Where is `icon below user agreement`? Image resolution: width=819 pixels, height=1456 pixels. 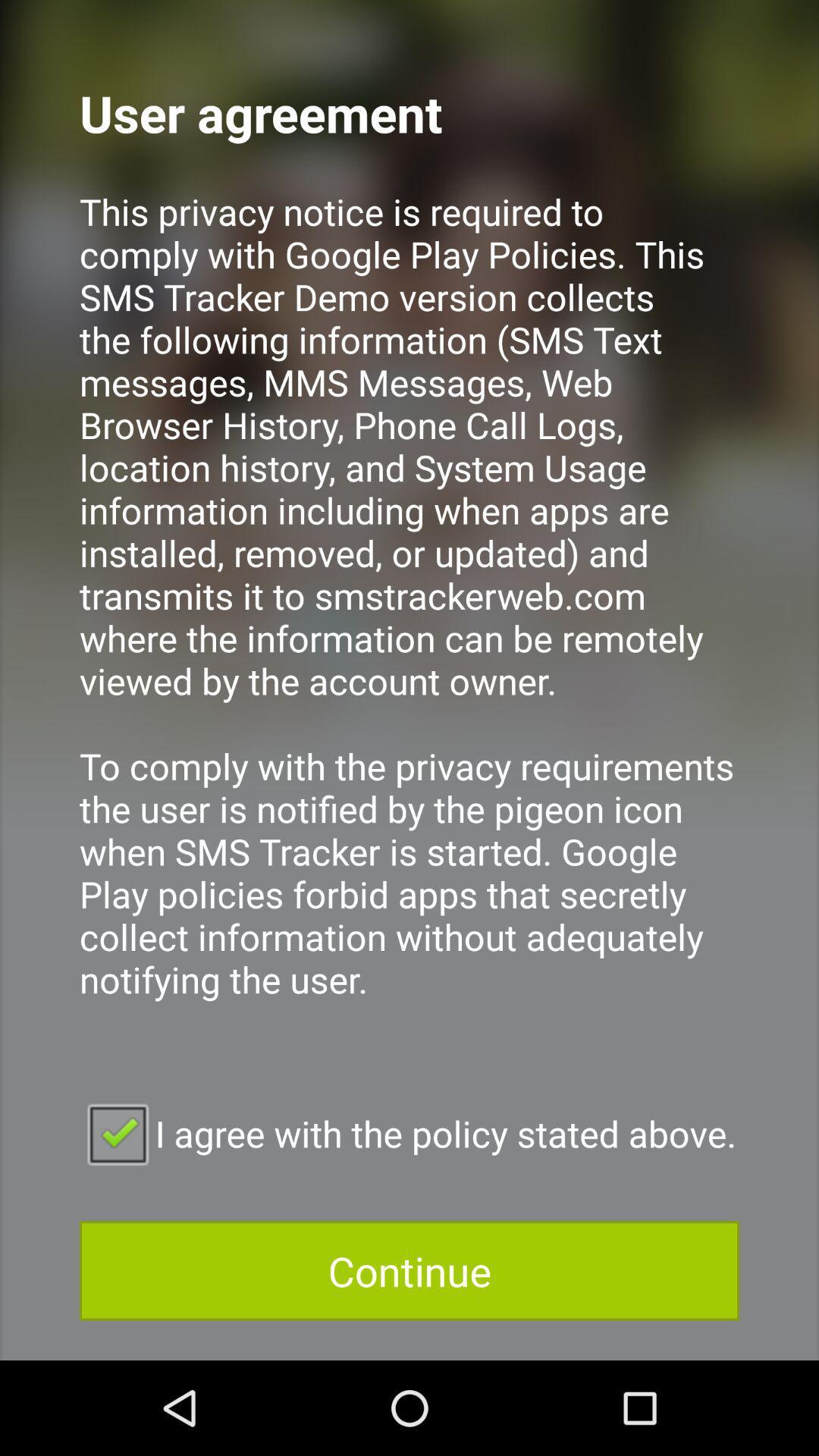 icon below user agreement is located at coordinates (409, 616).